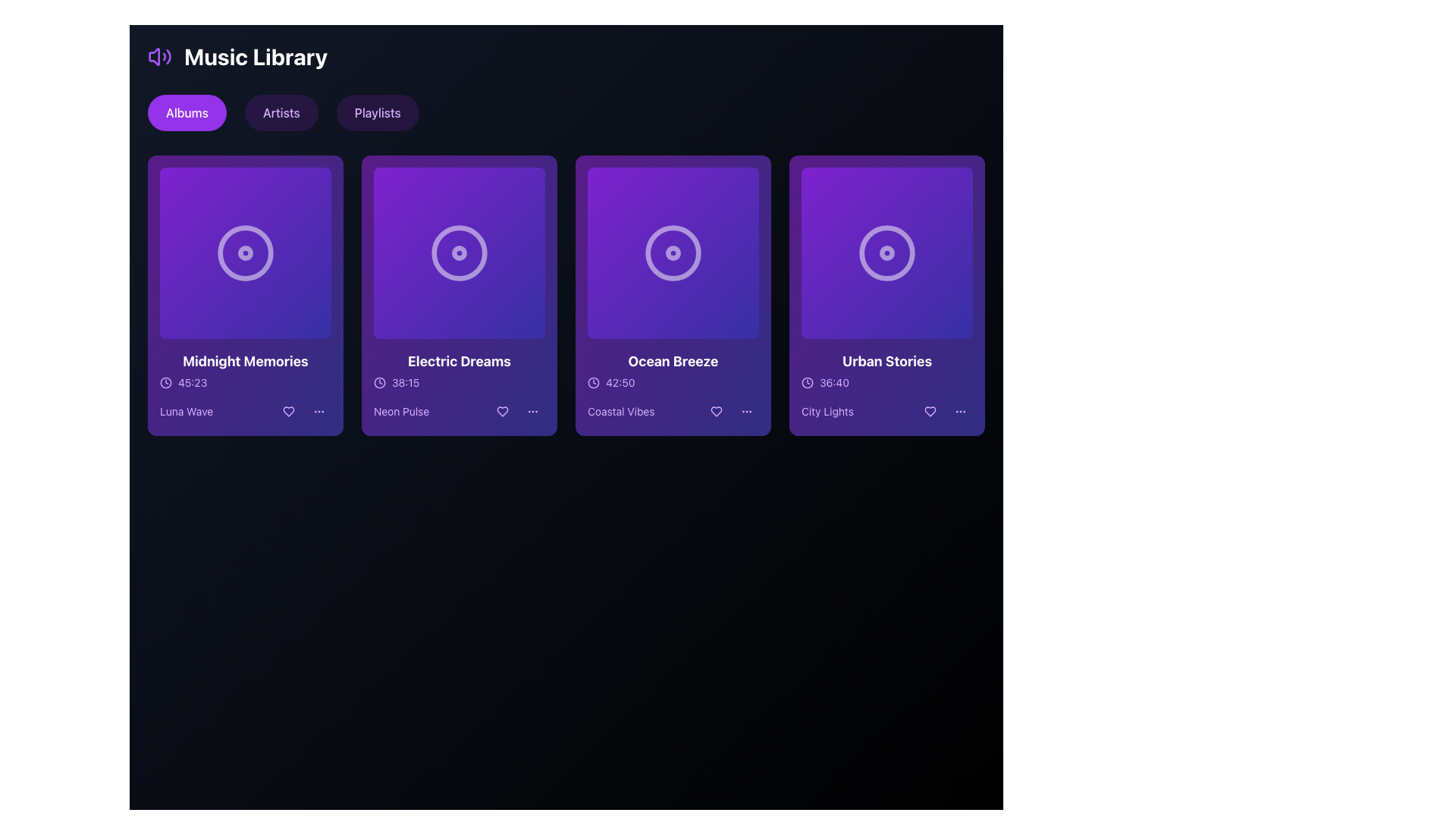 The width and height of the screenshot is (1456, 819). I want to click on the time icon located within the 'Midnight Memories' card in the 'Albums' section, which is positioned to the left of the text '45:23', so click(166, 382).